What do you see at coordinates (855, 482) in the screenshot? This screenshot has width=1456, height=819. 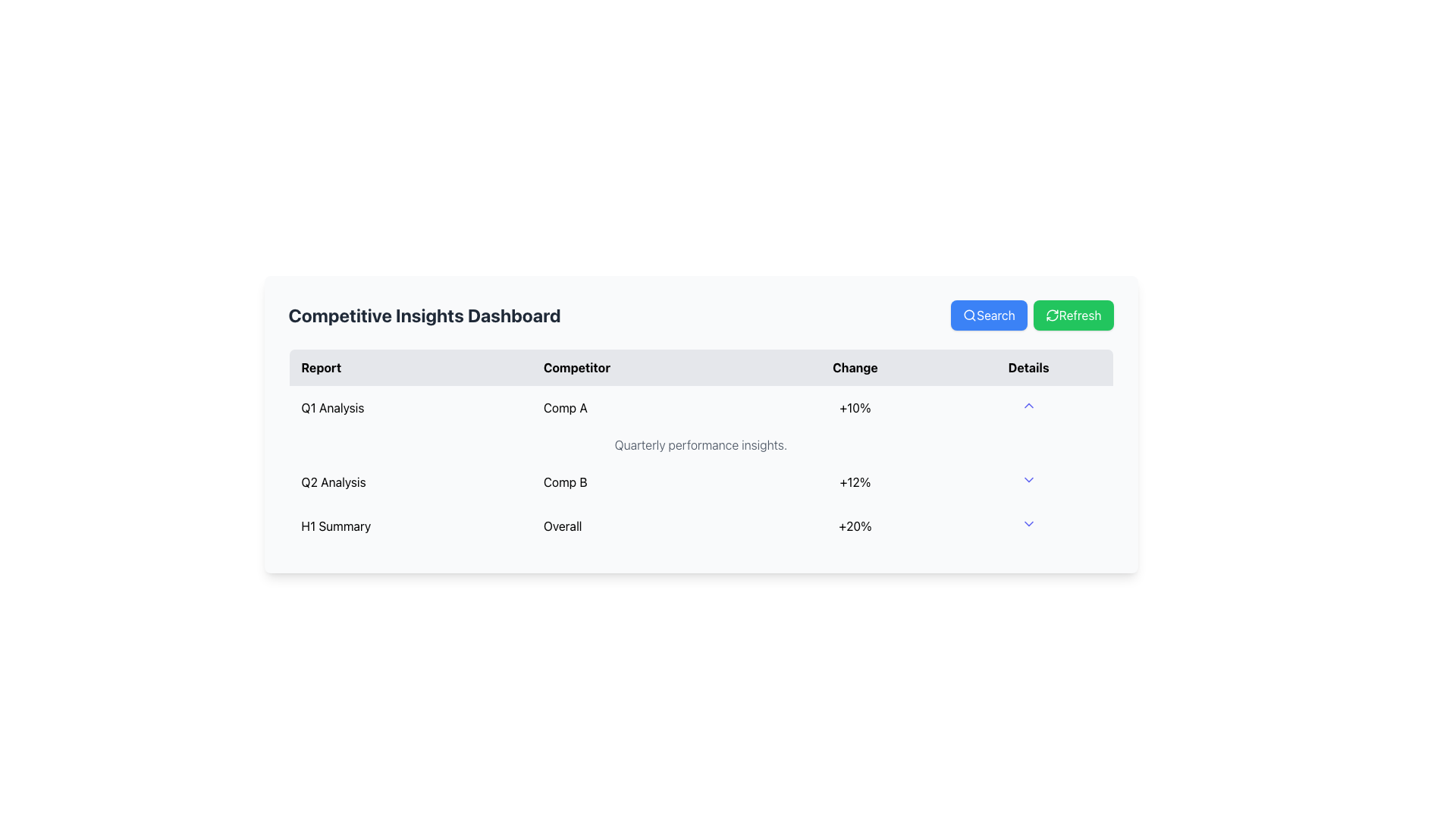 I see `the numeric value Text label indicating a percentage change associated with 'Q2 Analysis Comp B+12%' in the 'Change' column` at bounding box center [855, 482].